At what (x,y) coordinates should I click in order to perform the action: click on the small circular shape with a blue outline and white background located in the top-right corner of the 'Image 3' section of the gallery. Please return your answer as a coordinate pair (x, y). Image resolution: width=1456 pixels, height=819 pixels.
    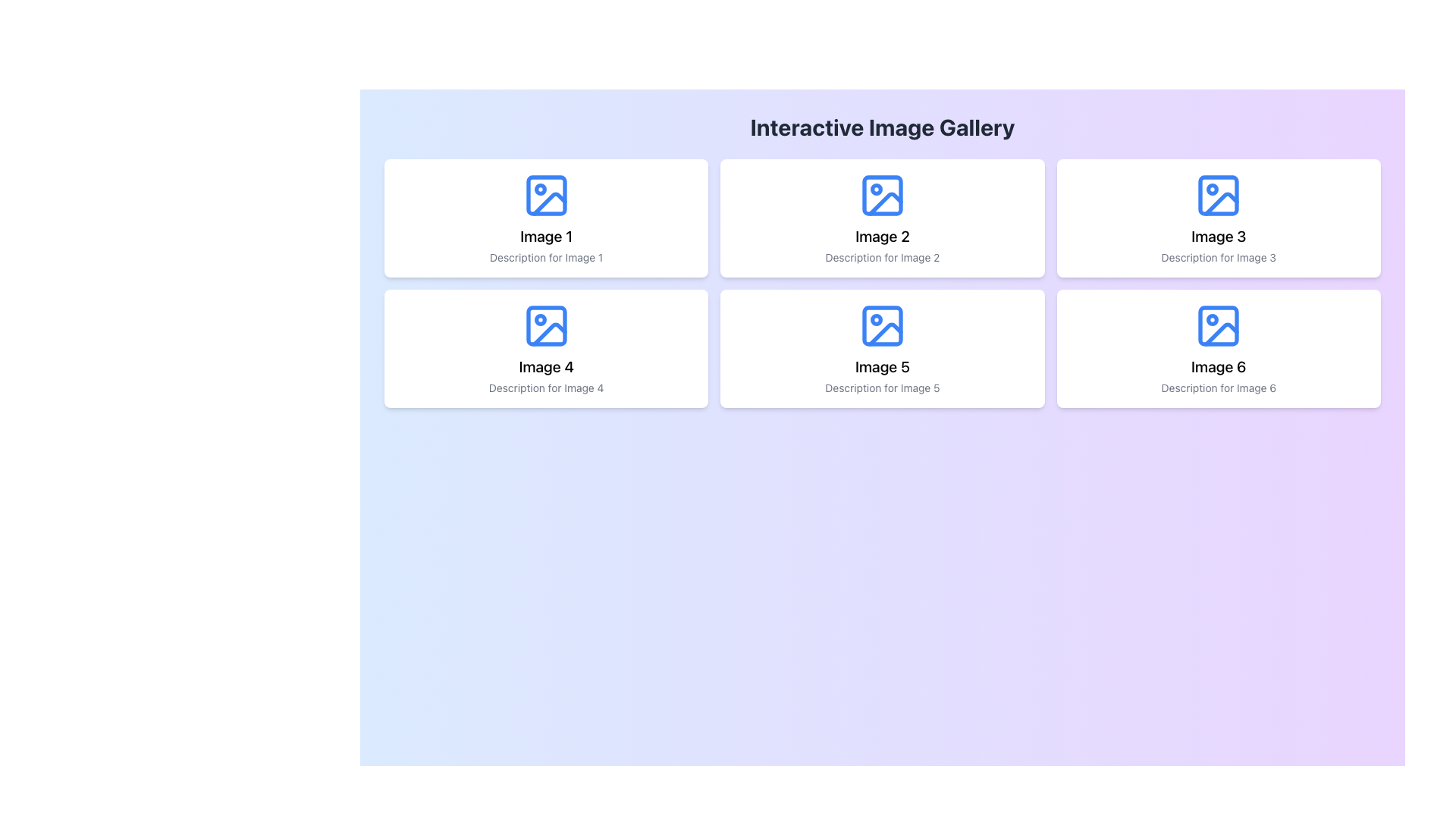
    Looking at the image, I should click on (1212, 189).